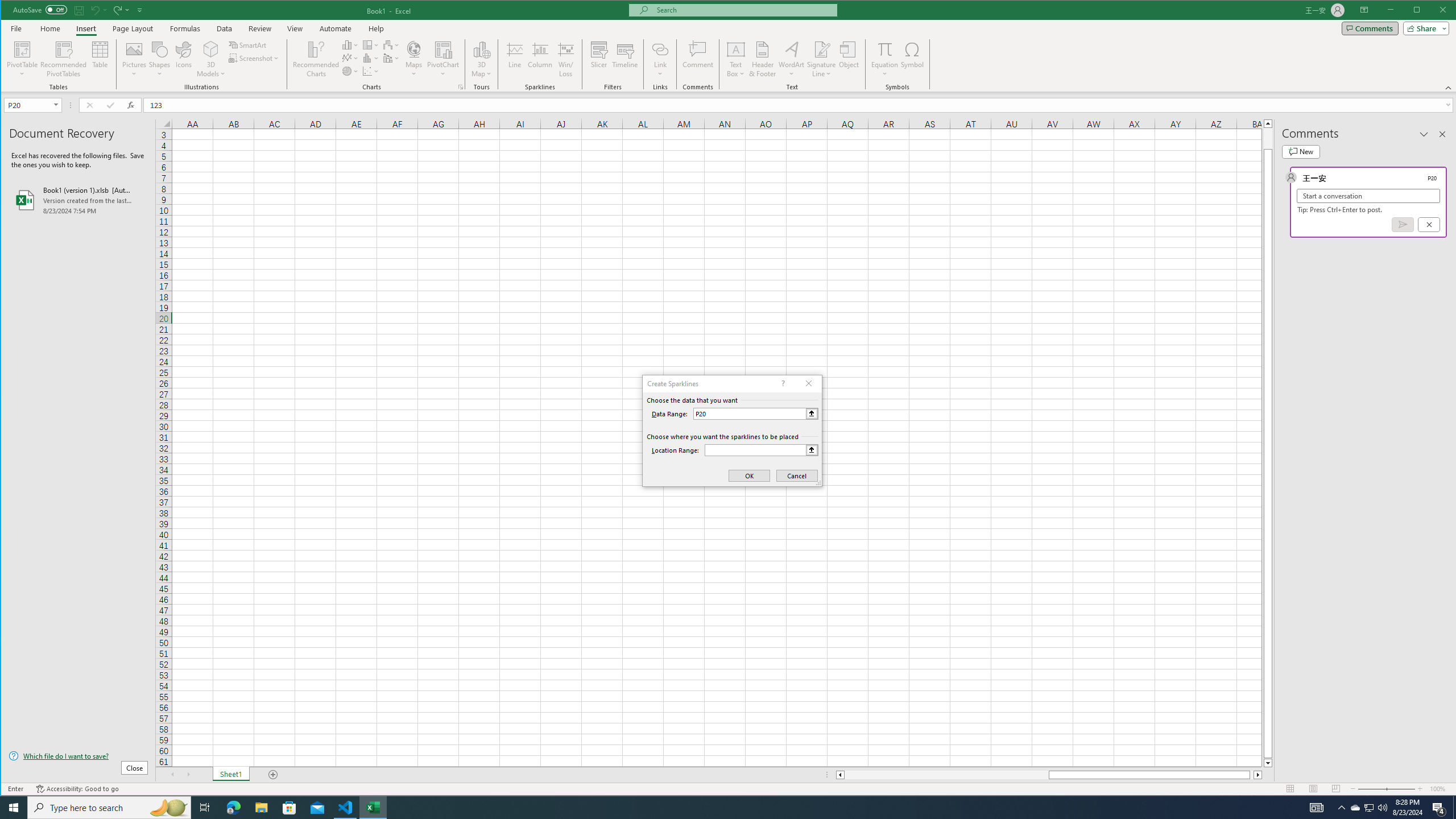 The height and width of the screenshot is (819, 1456). I want to click on 'Recommended PivotTables', so click(63, 59).